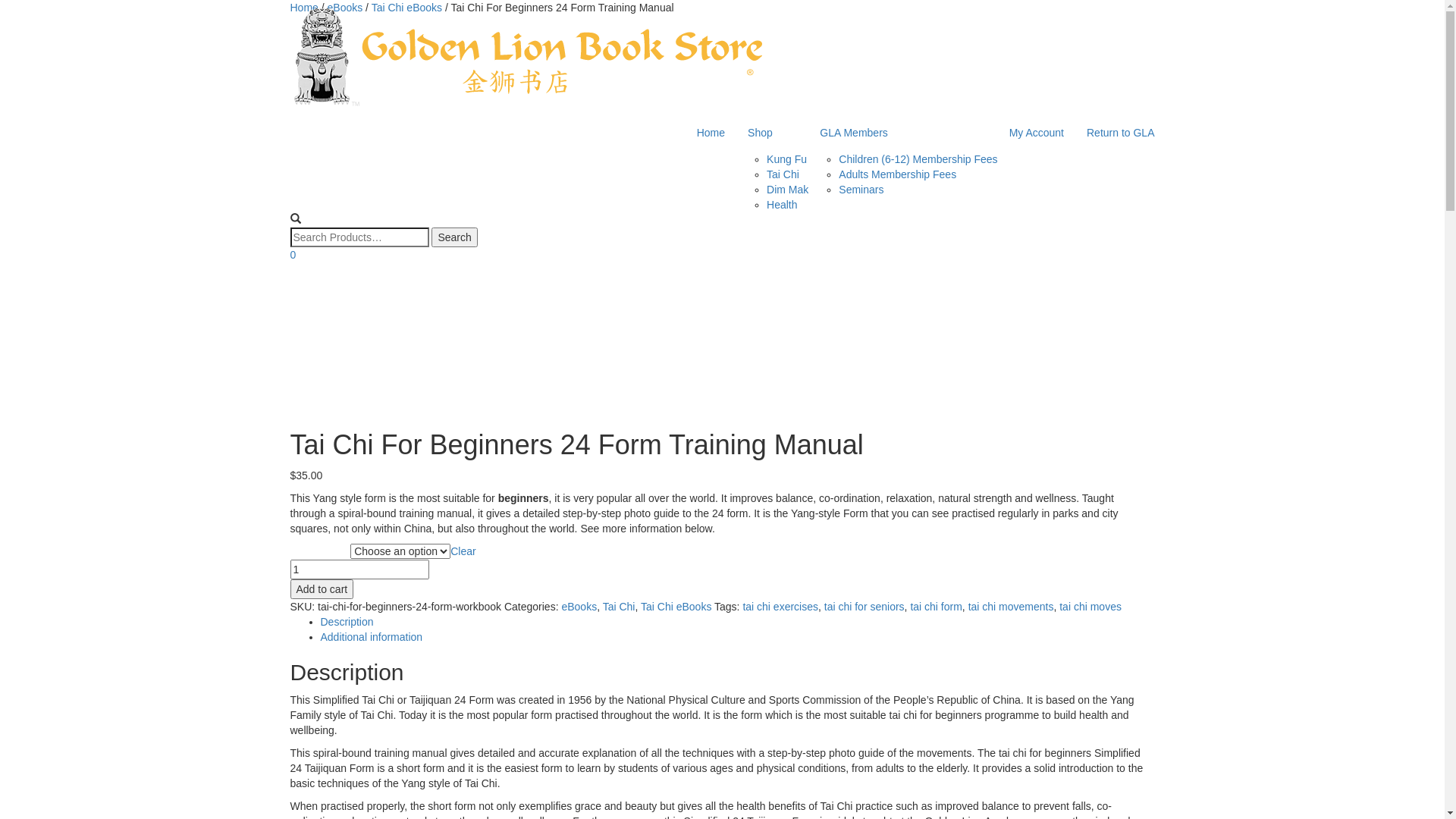 The image size is (1456, 819). I want to click on 'Health', so click(767, 205).